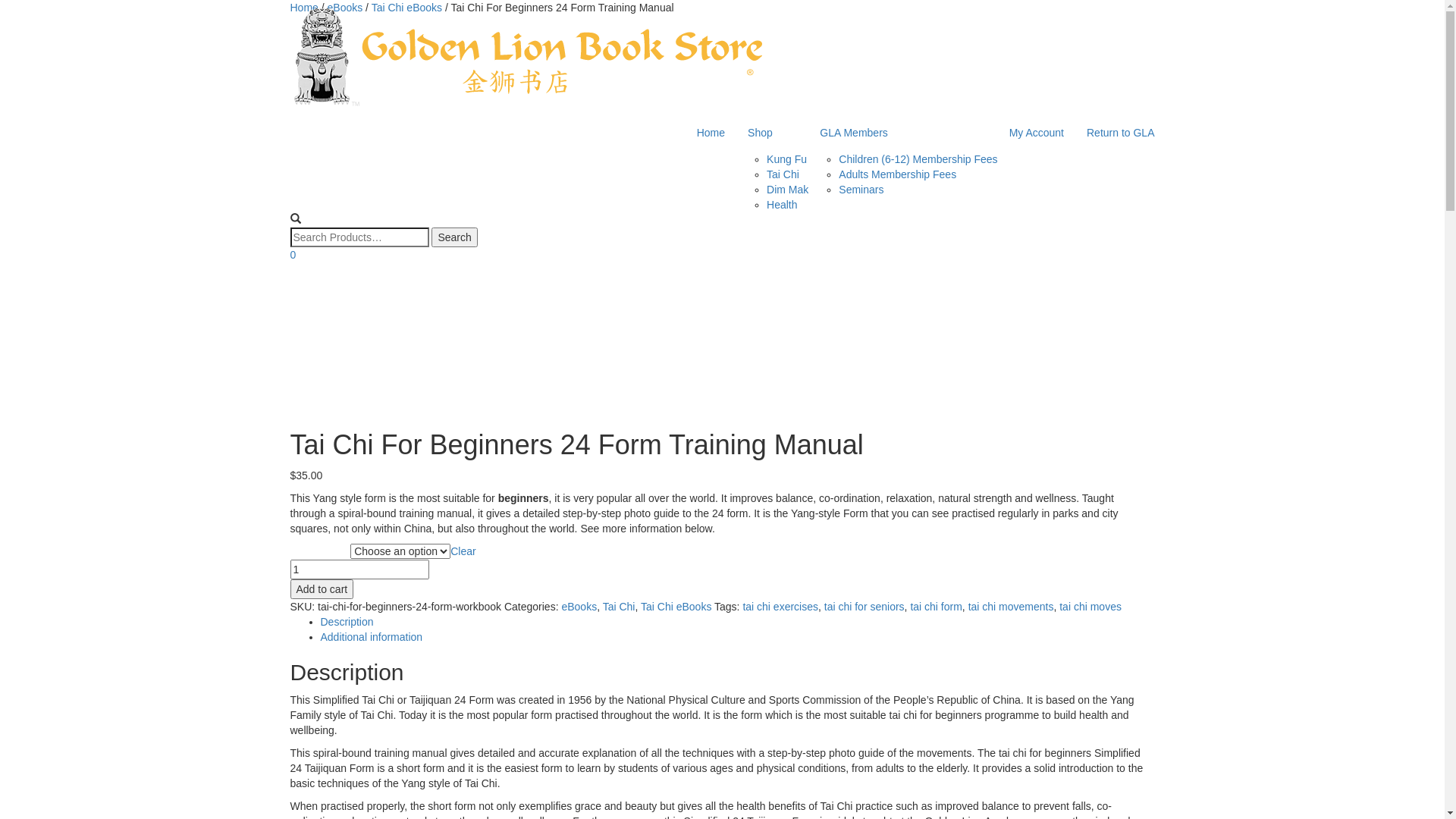 The image size is (1456, 819). I want to click on 'Health', so click(767, 205).